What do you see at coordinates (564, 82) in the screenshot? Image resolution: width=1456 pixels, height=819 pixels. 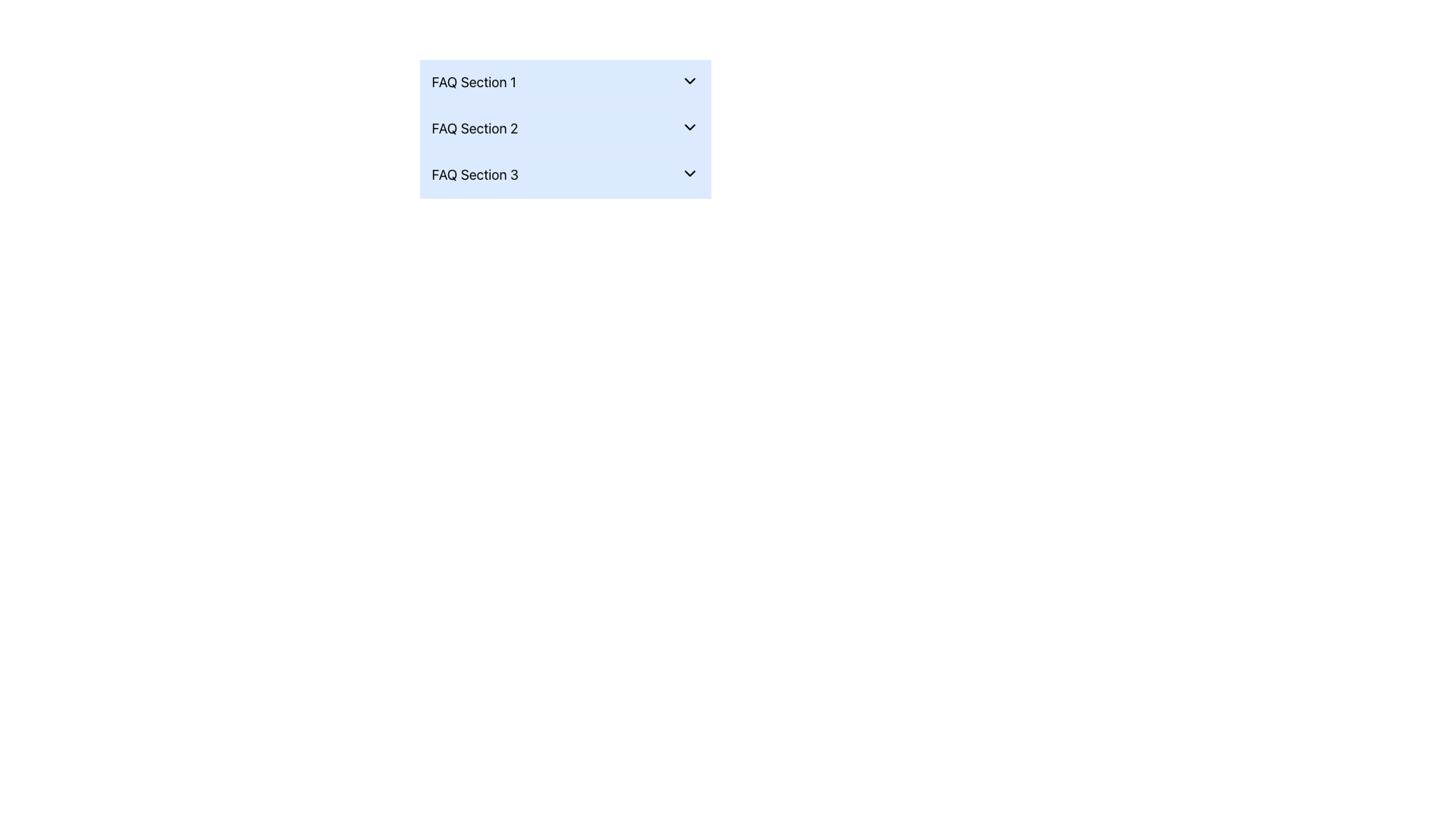 I see `the 'FAQ Section 1' button` at bounding box center [564, 82].